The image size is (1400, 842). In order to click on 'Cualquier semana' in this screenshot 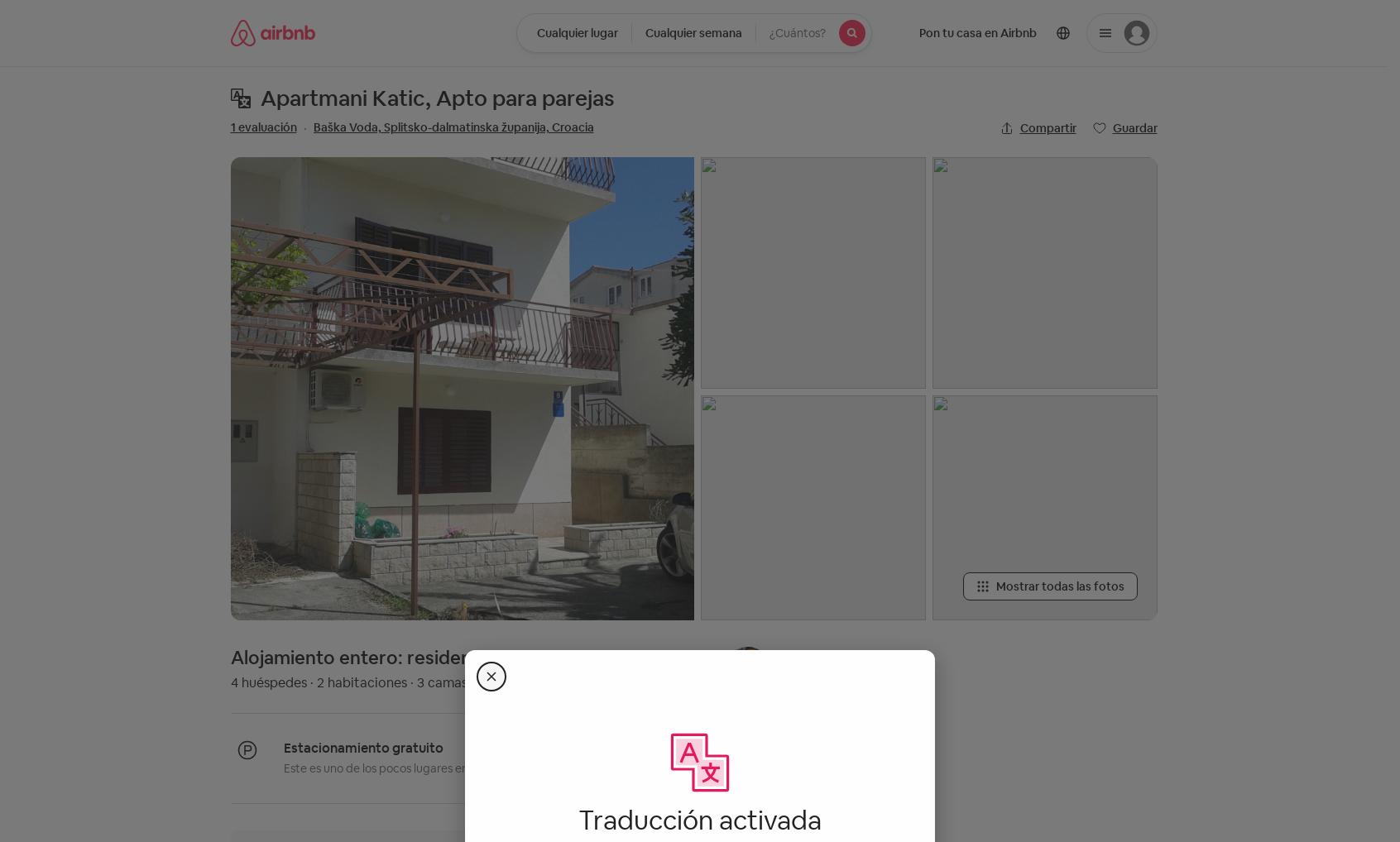, I will do `click(693, 32)`.